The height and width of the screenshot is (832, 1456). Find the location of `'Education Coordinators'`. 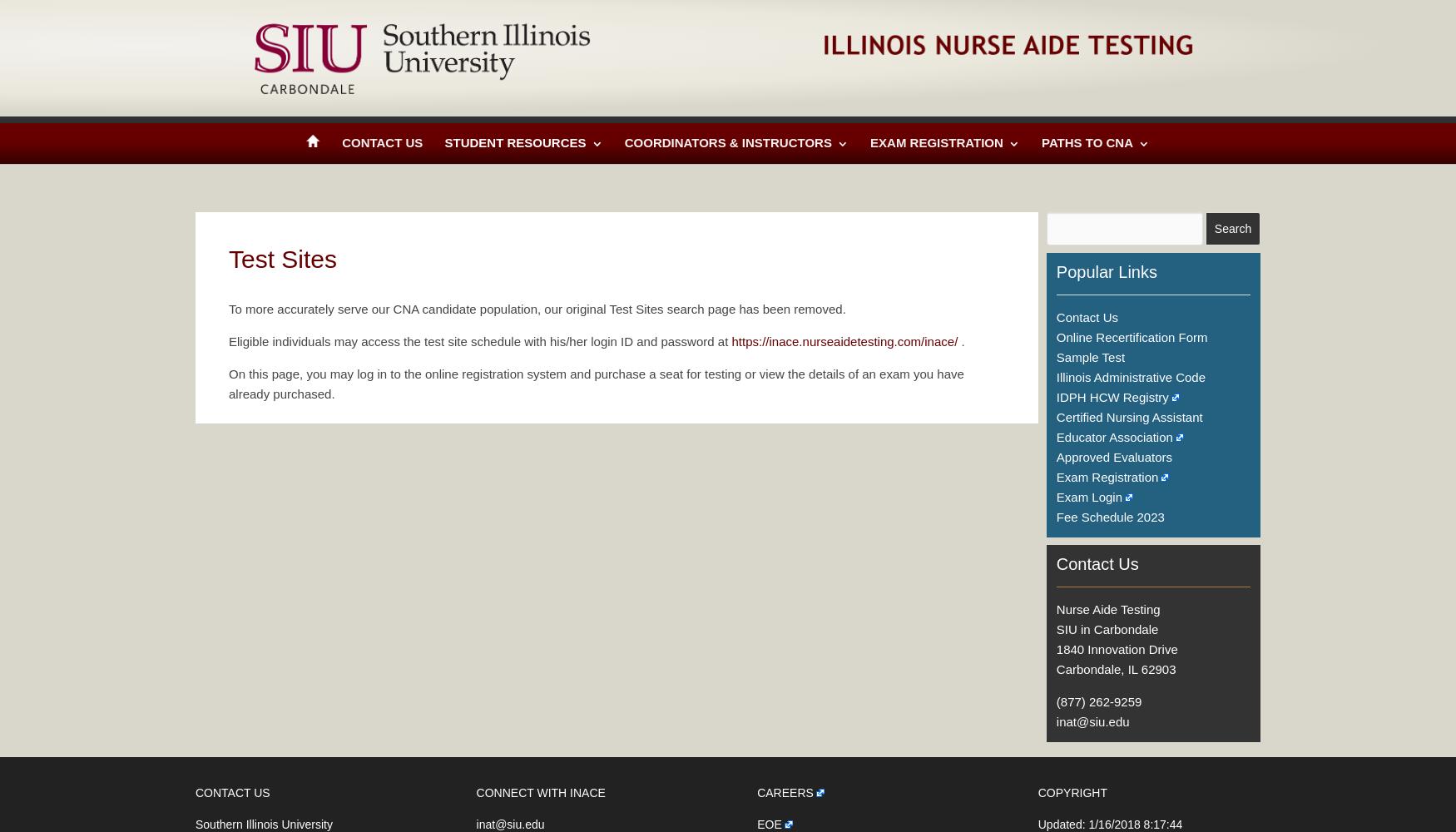

'Education Coordinators' is located at coordinates (640, 359).